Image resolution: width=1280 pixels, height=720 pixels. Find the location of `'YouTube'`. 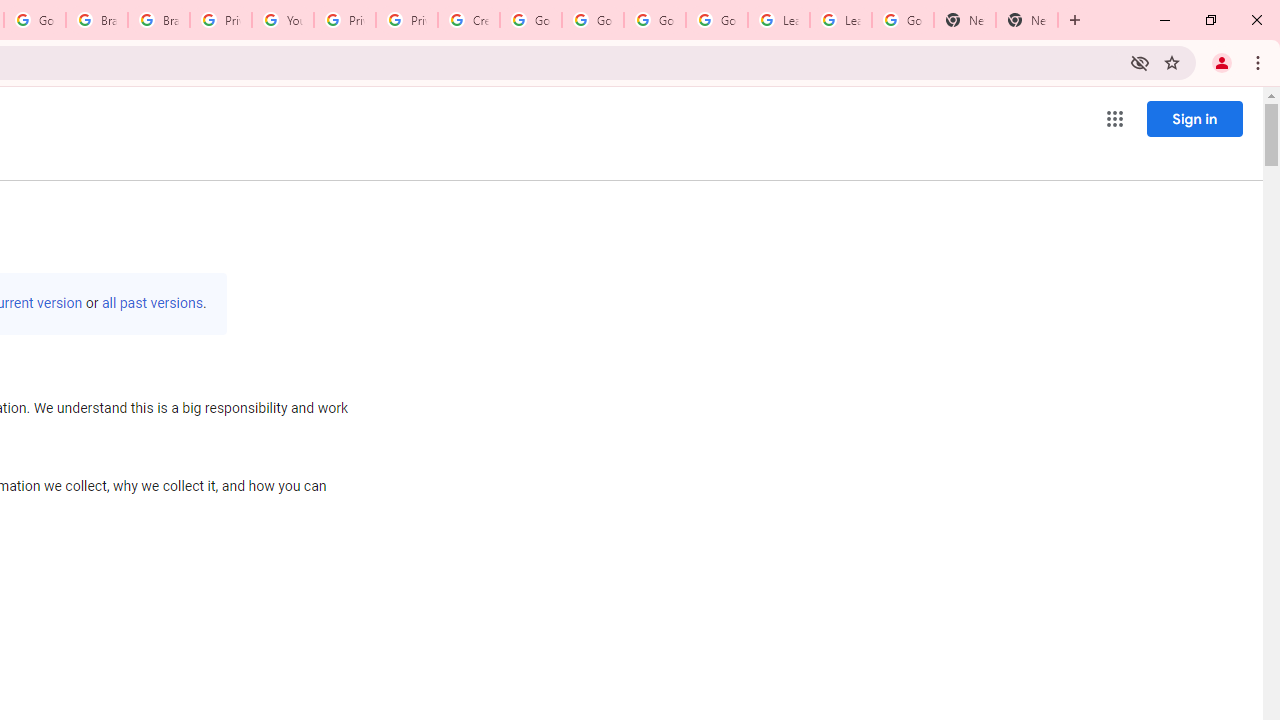

'YouTube' is located at coordinates (281, 20).